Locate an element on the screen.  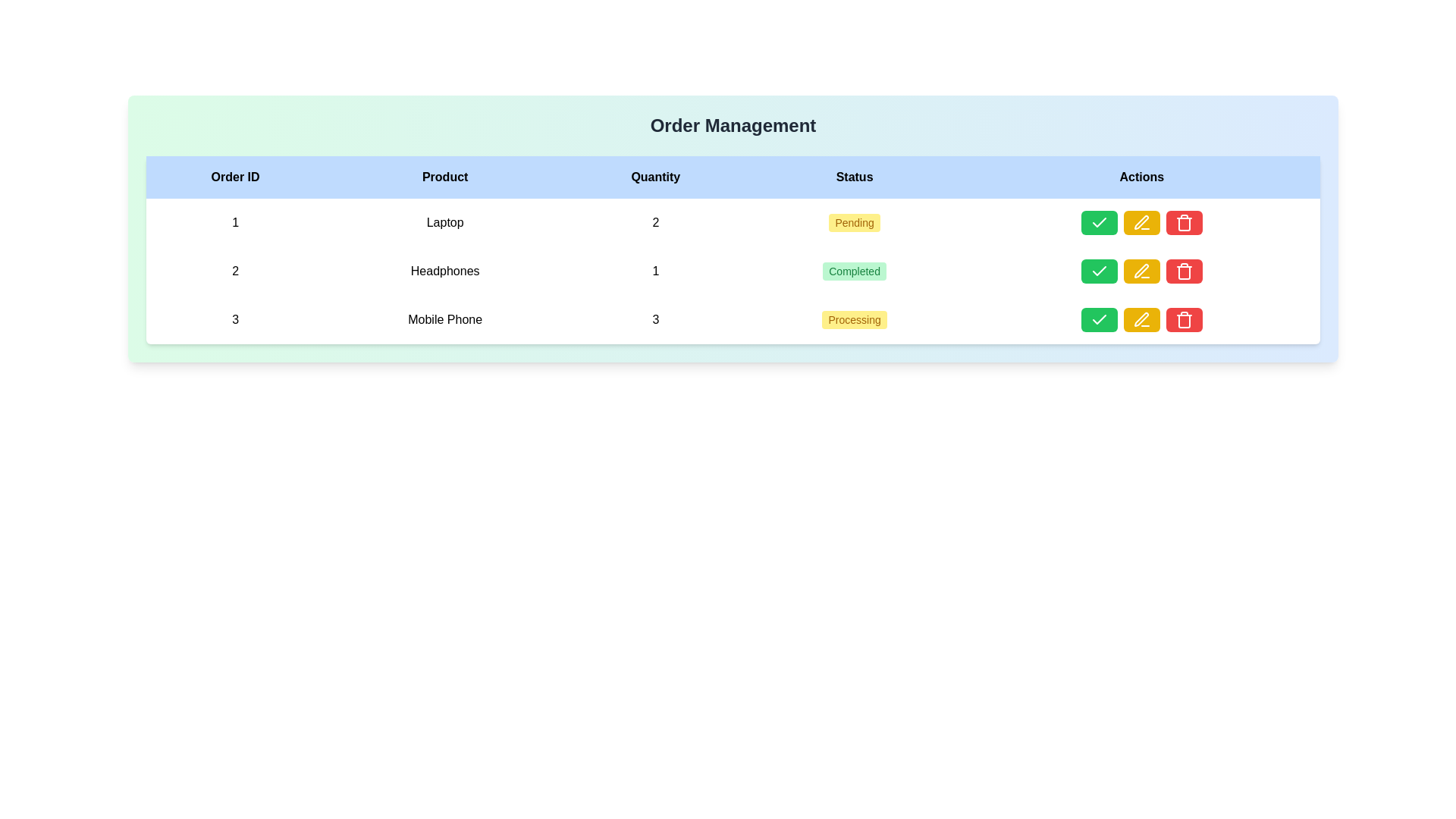
the yellow pen icon button located in the third row of the table under the 'Actions' column, aligned with the 'Mobile Phone' product is located at coordinates (1141, 318).